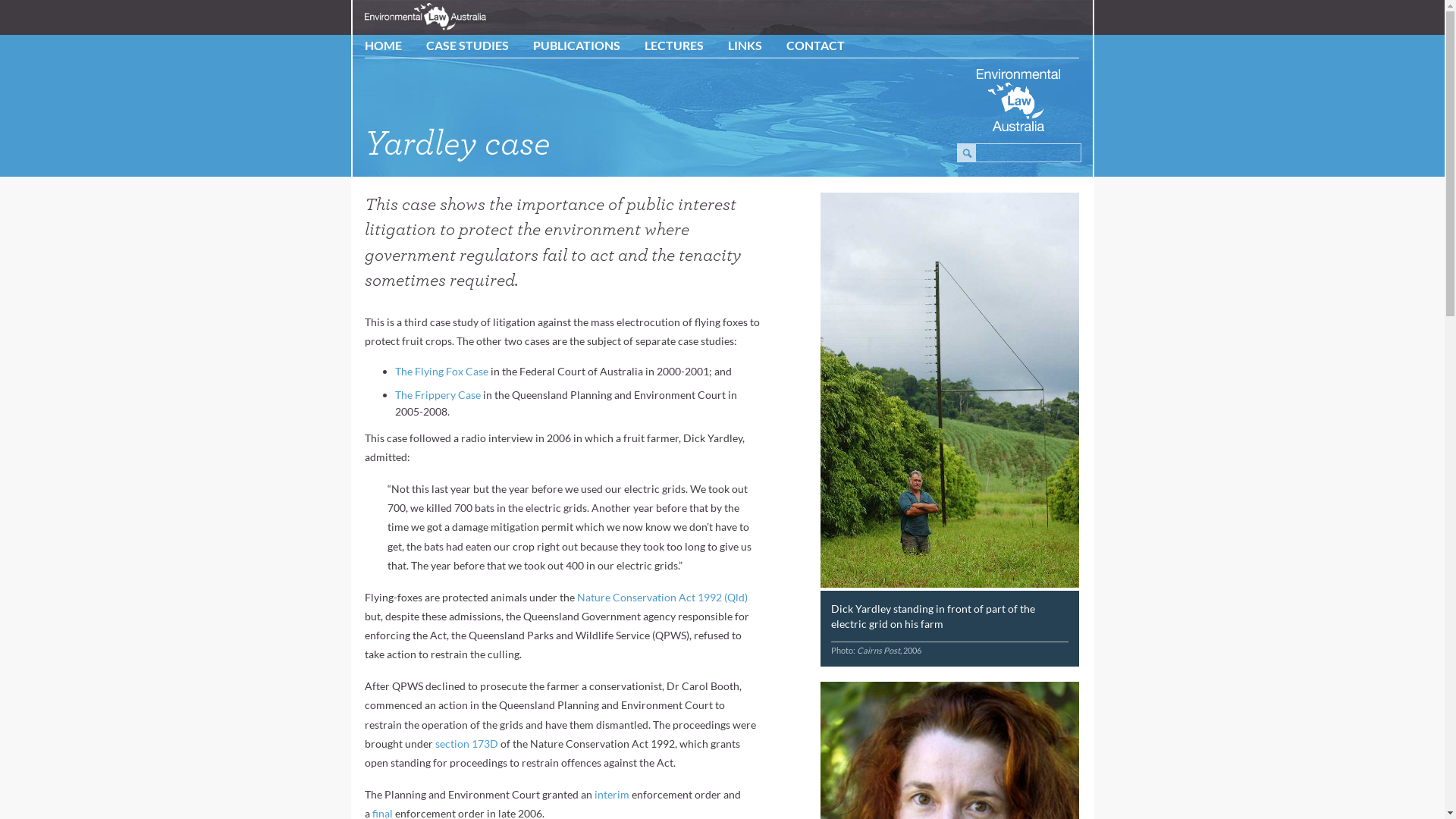 The height and width of the screenshot is (819, 1456). Describe the element at coordinates (425, 44) in the screenshot. I see `'CASE STUDIES'` at that location.